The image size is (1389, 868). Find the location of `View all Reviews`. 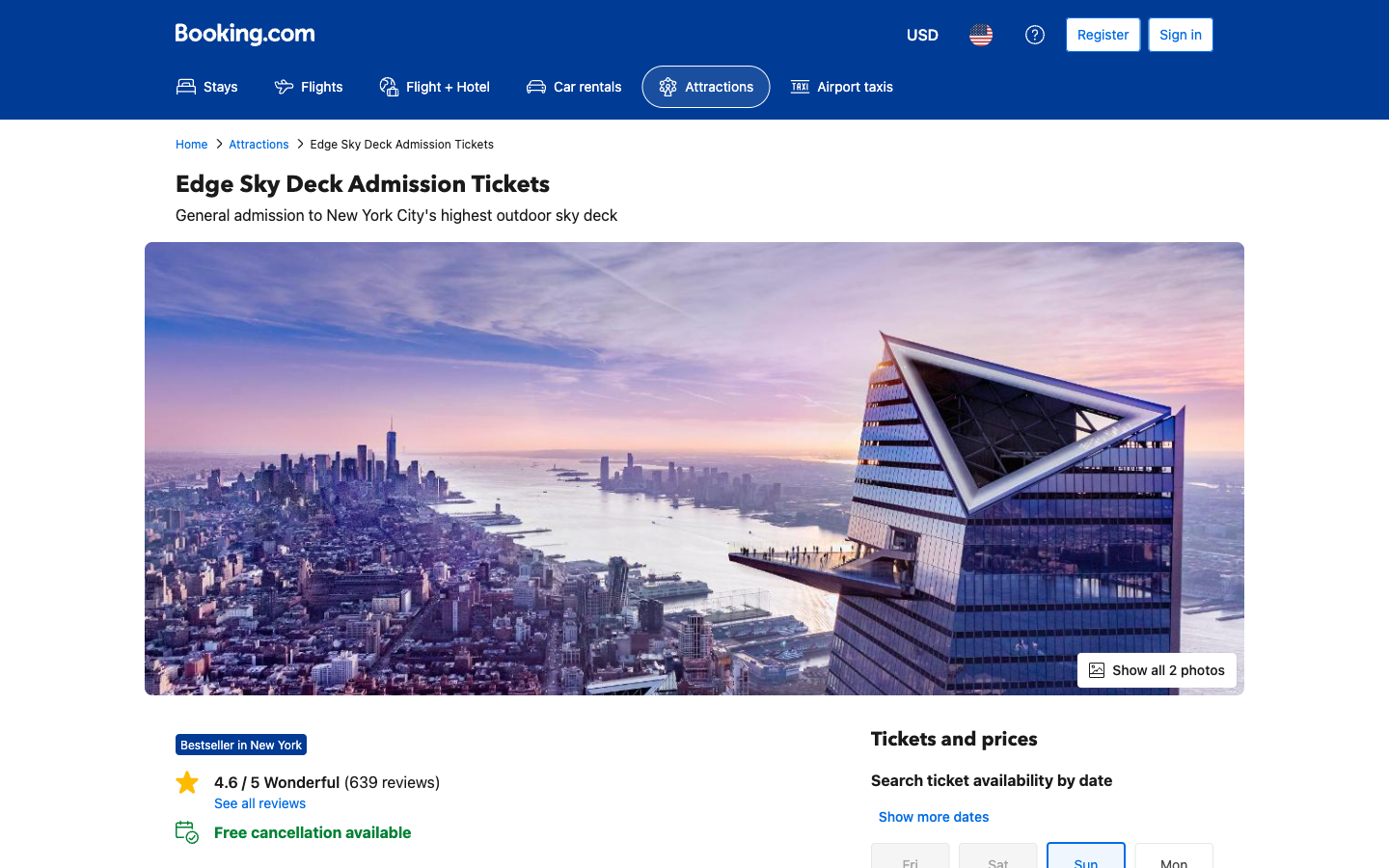

View all Reviews is located at coordinates (527, 803).